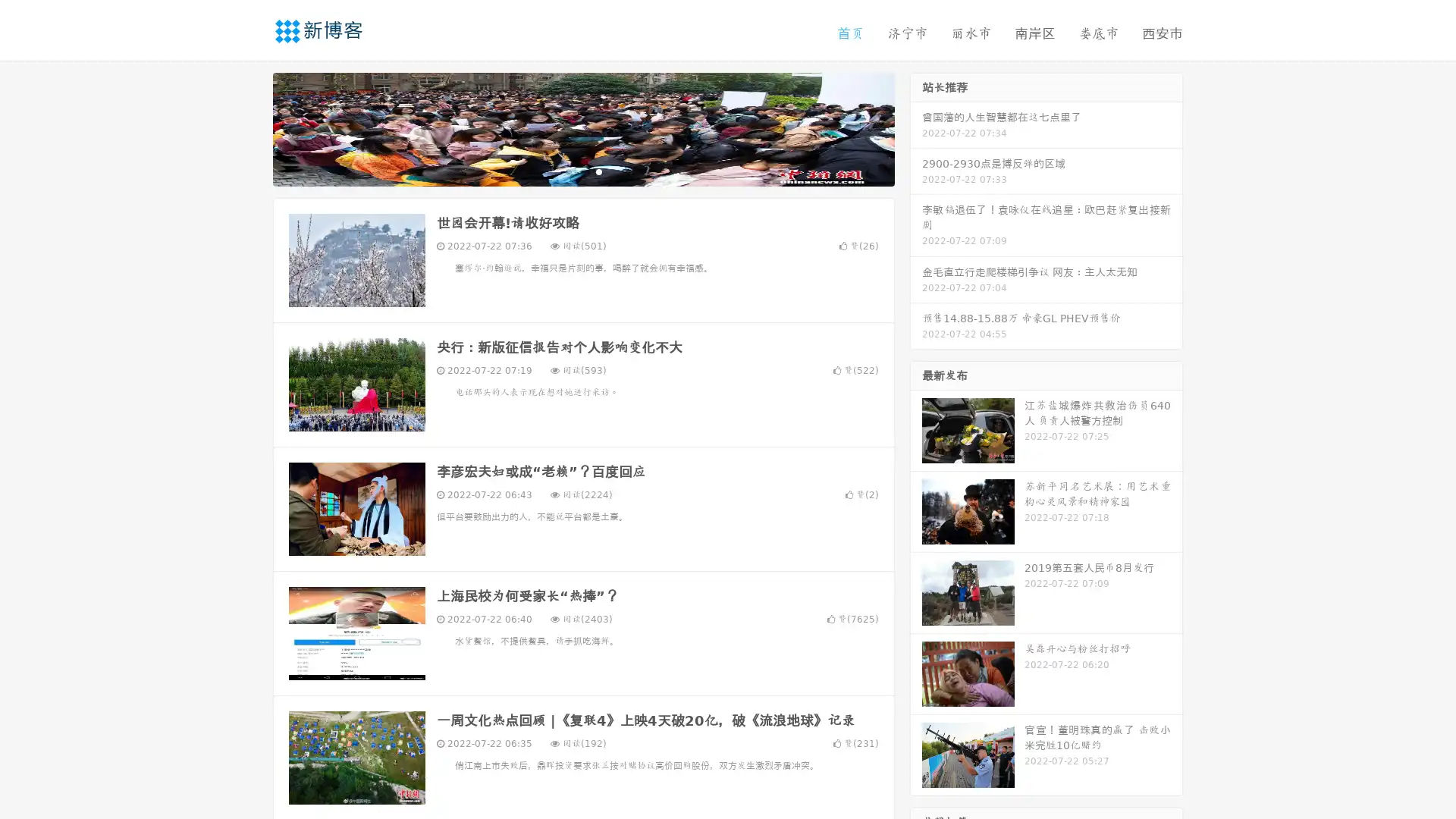 The height and width of the screenshot is (819, 1456). What do you see at coordinates (916, 127) in the screenshot?
I see `Next slide` at bounding box center [916, 127].